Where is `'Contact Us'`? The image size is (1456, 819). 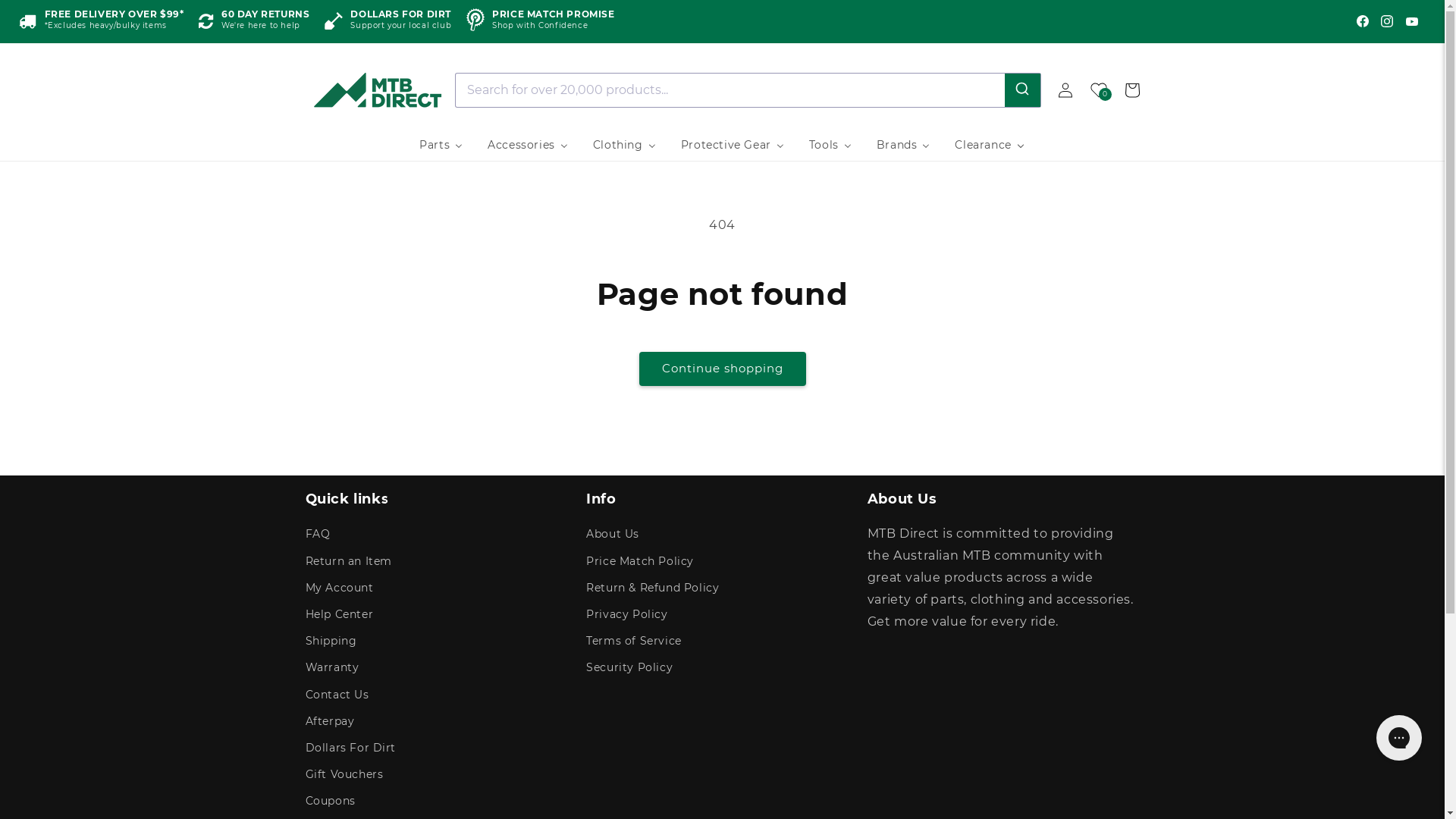 'Contact Us' is located at coordinates (336, 694).